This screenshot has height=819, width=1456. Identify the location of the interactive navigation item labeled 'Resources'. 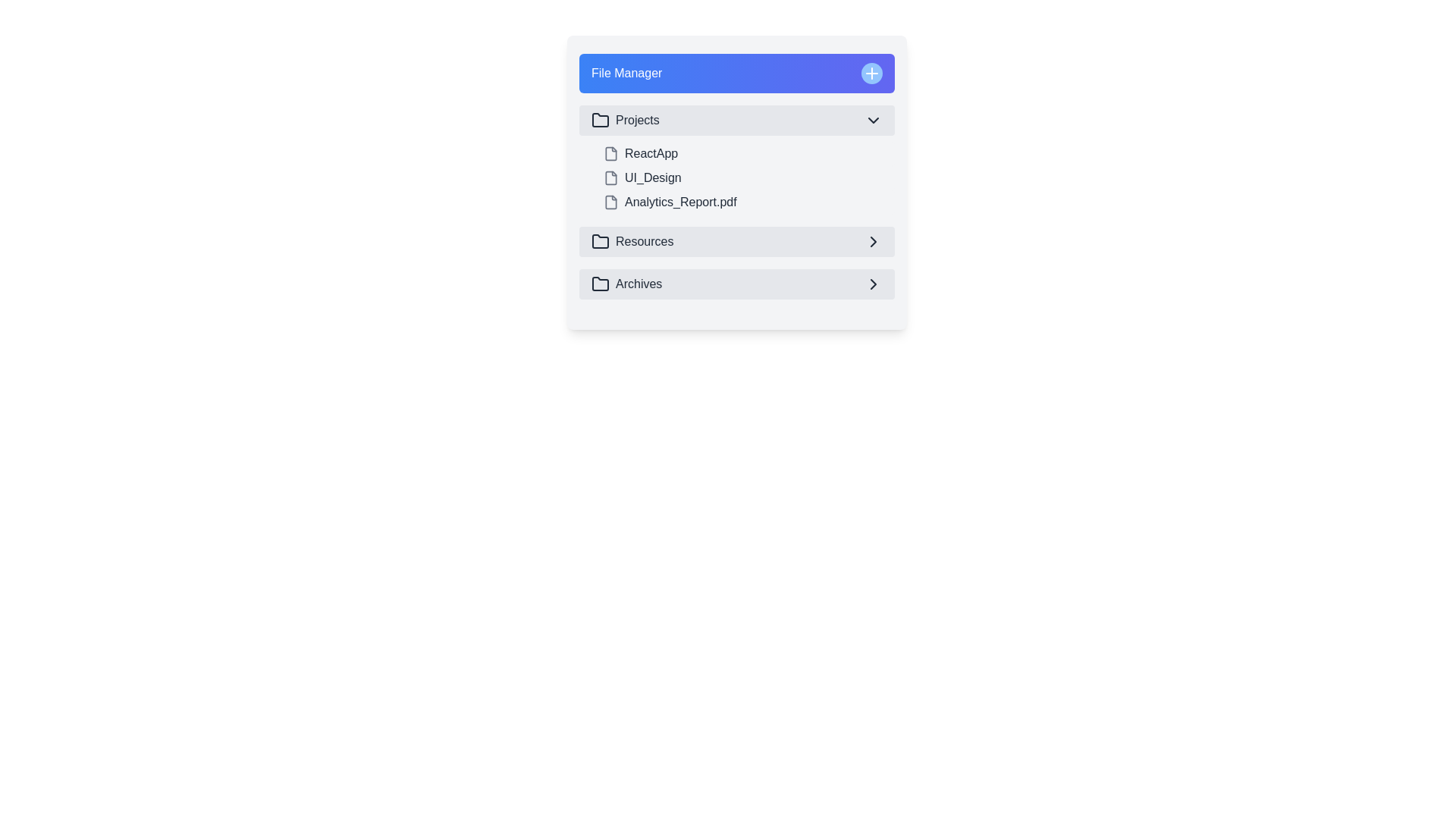
(736, 241).